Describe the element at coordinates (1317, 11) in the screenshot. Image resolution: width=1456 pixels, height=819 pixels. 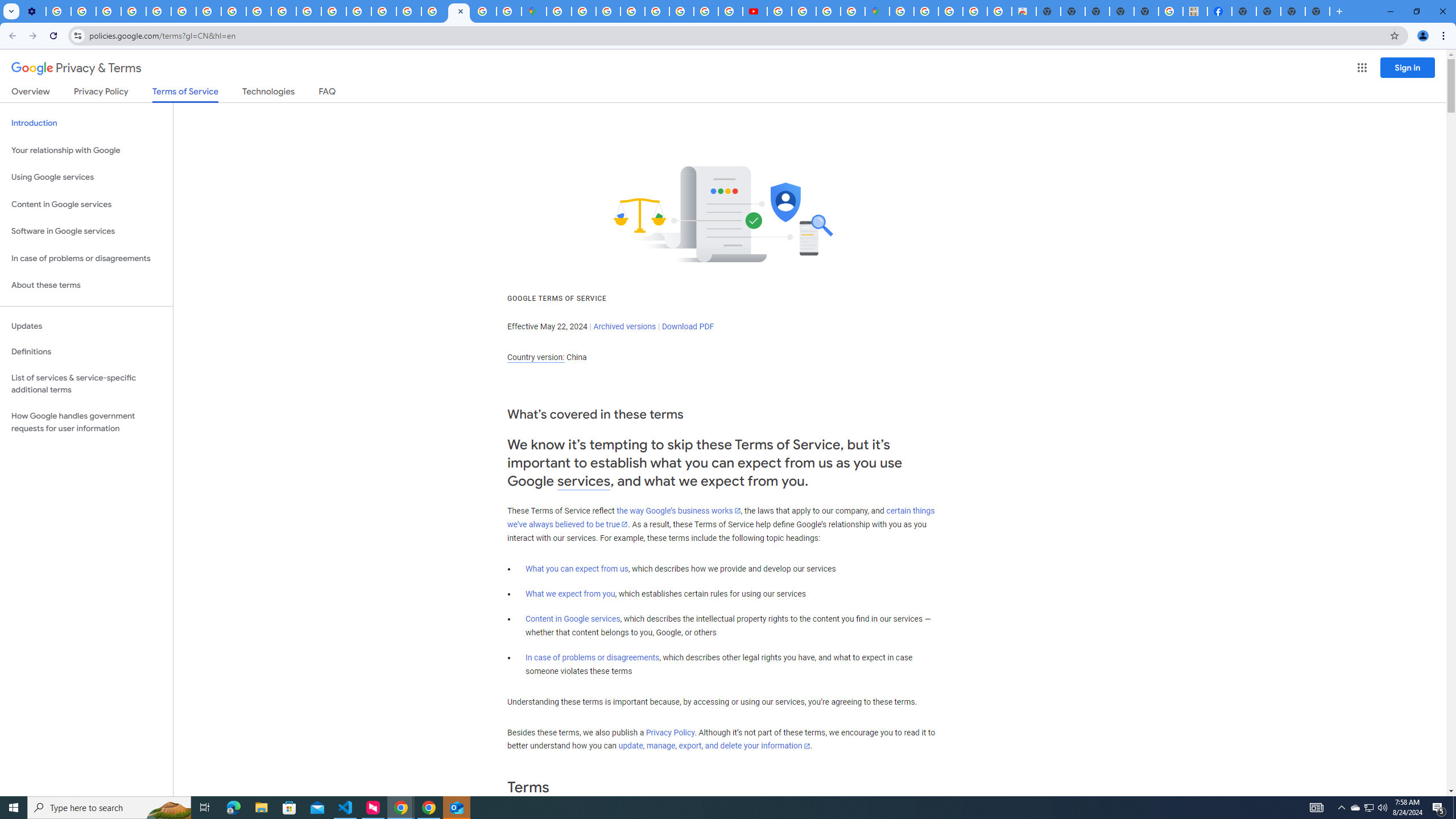
I see `'New Tab'` at that location.